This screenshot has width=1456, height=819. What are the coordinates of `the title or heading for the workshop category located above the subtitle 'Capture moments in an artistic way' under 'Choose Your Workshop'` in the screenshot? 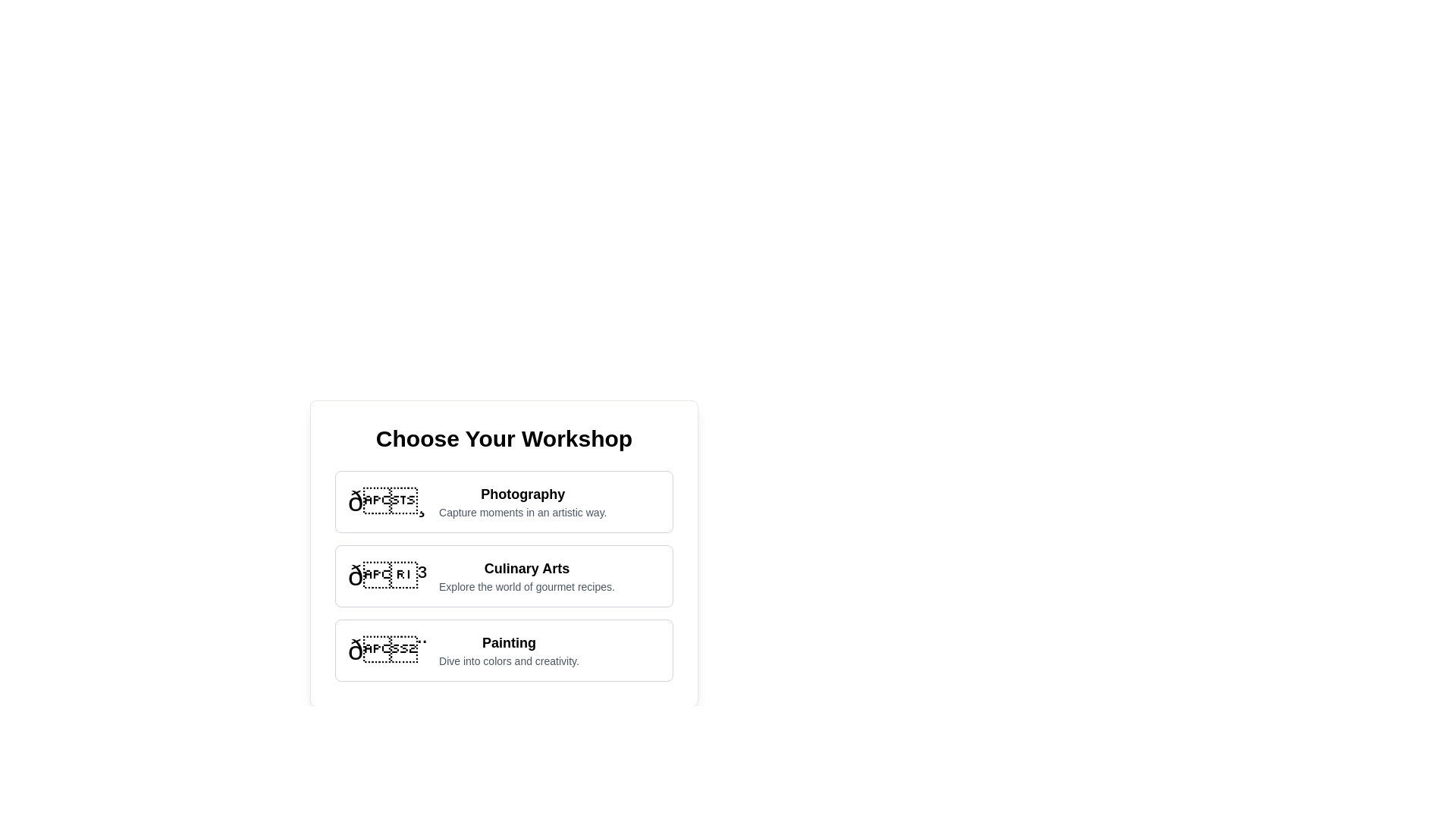 It's located at (522, 494).